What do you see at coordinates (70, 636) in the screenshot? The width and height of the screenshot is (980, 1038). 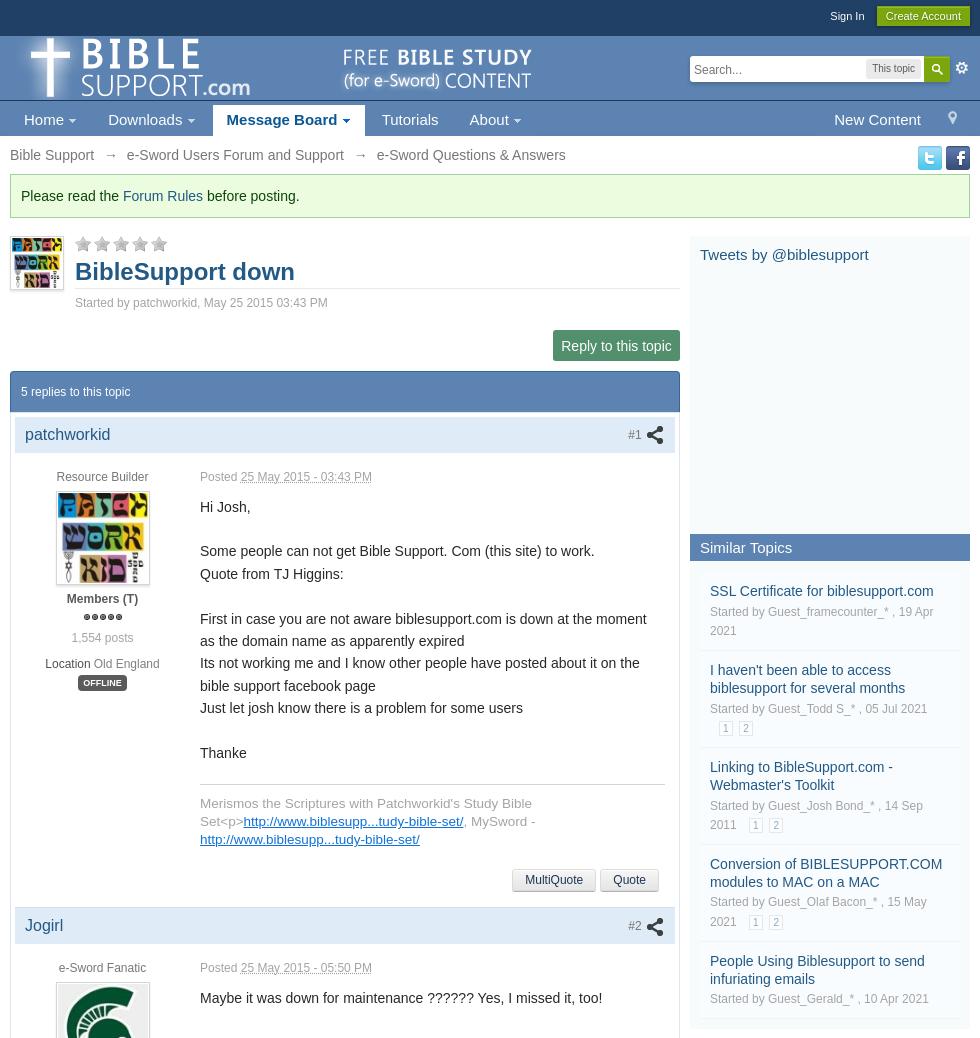 I see `'1,554 posts'` at bounding box center [70, 636].